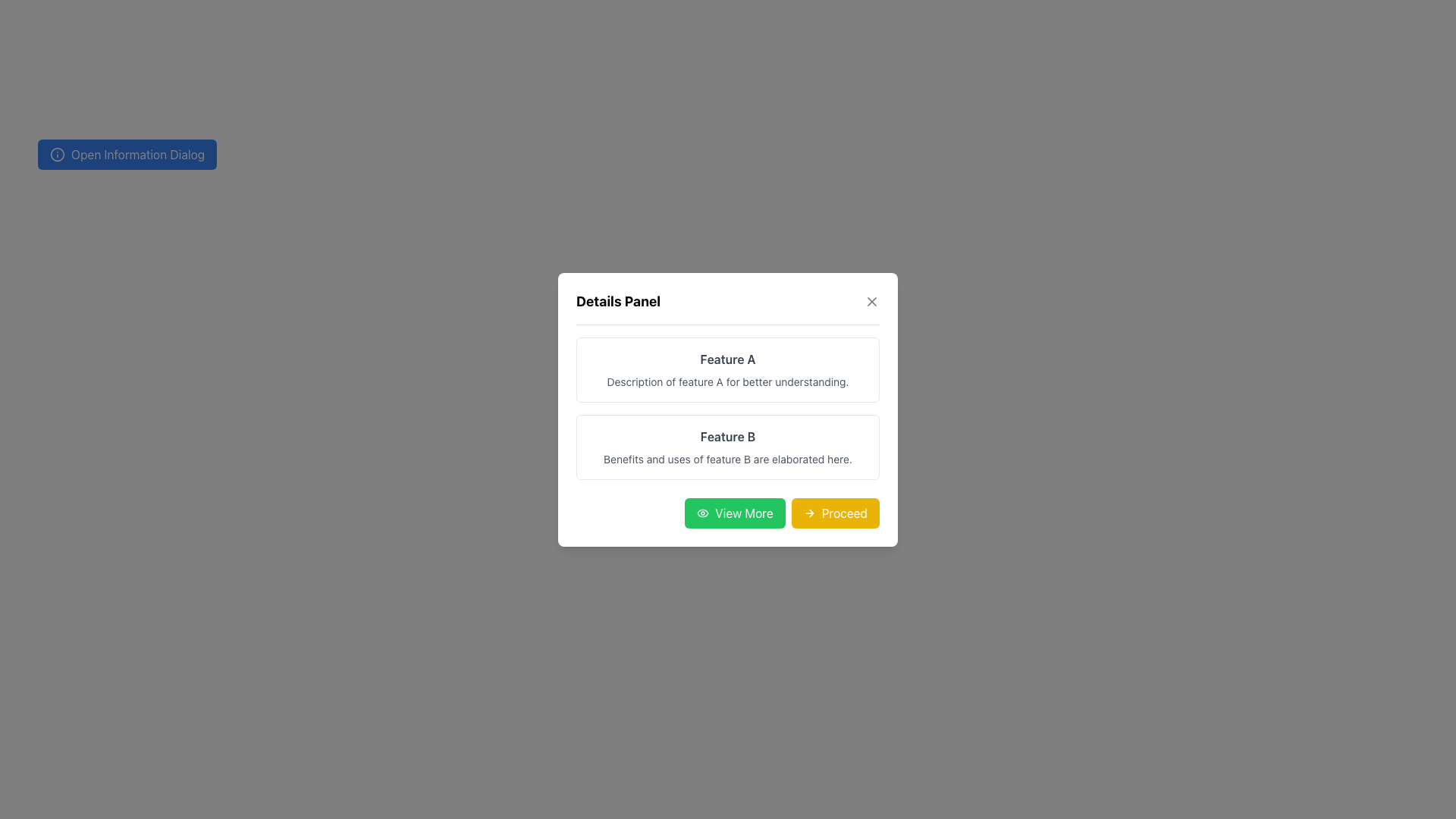 This screenshot has width=1456, height=819. Describe the element at coordinates (728, 446) in the screenshot. I see `the Information panel labeled 'Feature B' which contains descriptive text about its benefits, located in the center of the modal window below 'Feature A'` at that location.